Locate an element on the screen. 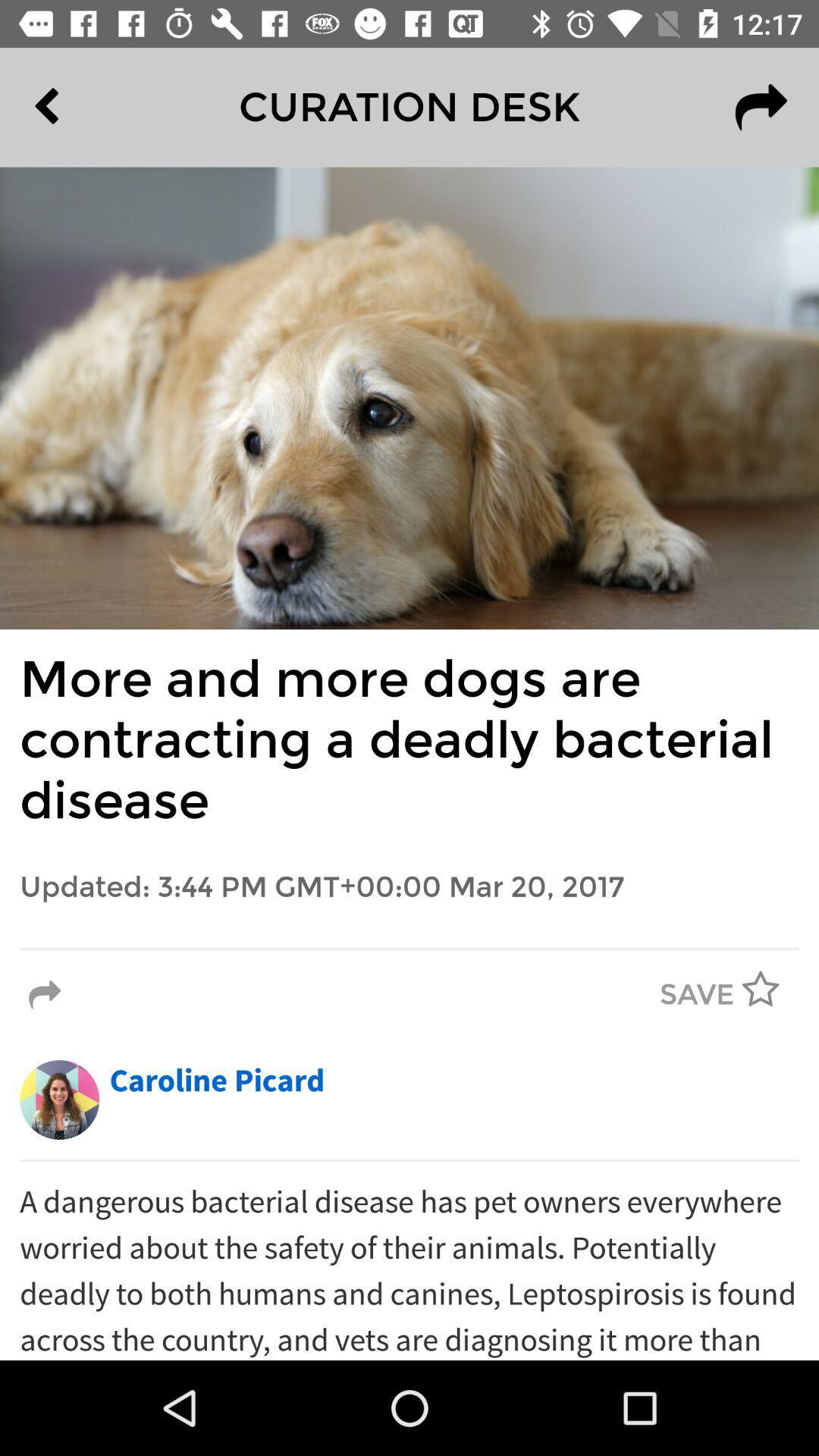 The height and width of the screenshot is (1456, 819). the icon to the left of the save icon is located at coordinates (44, 995).